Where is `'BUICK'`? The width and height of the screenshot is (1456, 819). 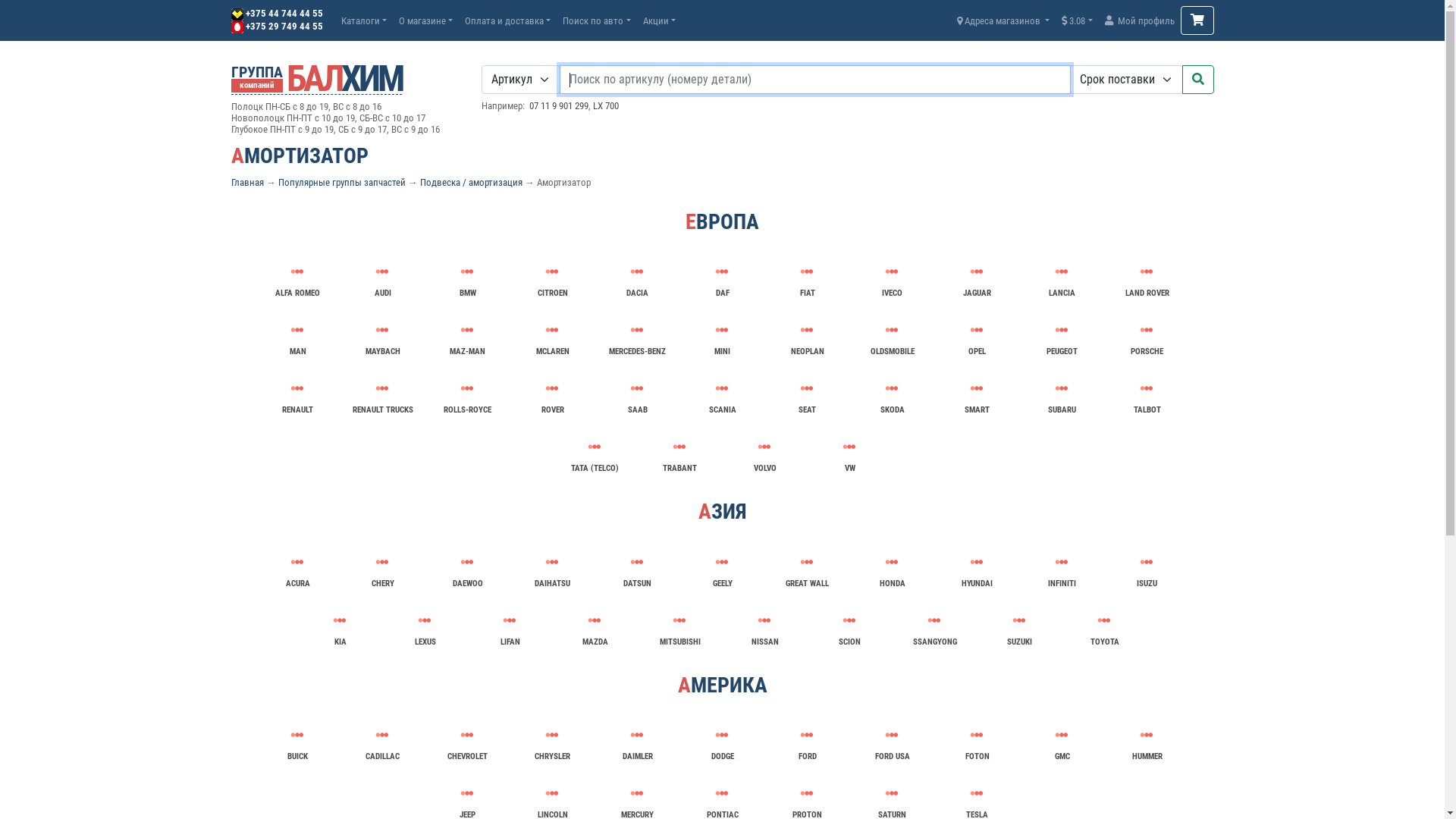
'BUICK' is located at coordinates (297, 739).